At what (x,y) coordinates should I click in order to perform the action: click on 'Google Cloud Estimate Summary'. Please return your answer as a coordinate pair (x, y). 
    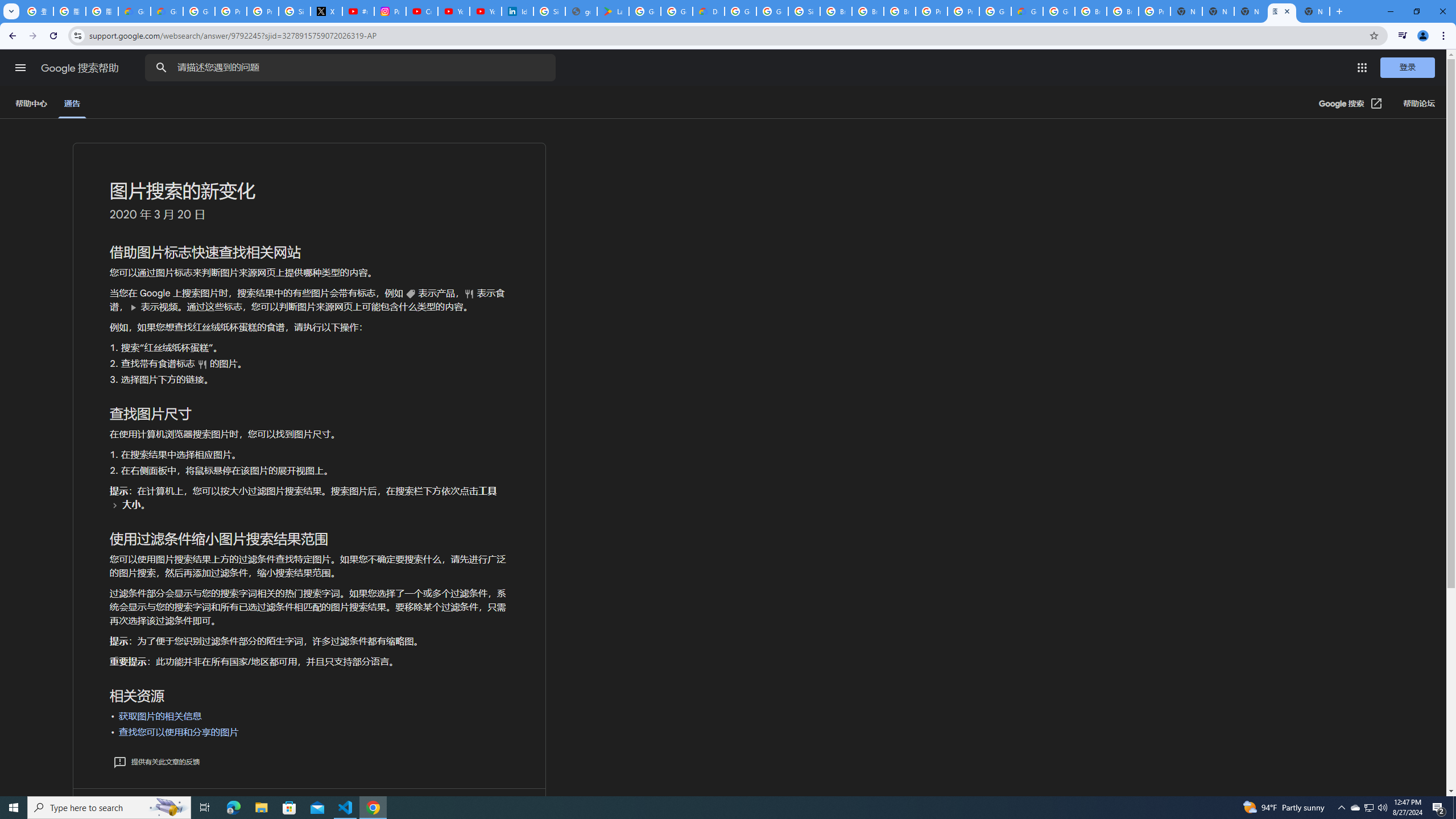
    Looking at the image, I should click on (1027, 11).